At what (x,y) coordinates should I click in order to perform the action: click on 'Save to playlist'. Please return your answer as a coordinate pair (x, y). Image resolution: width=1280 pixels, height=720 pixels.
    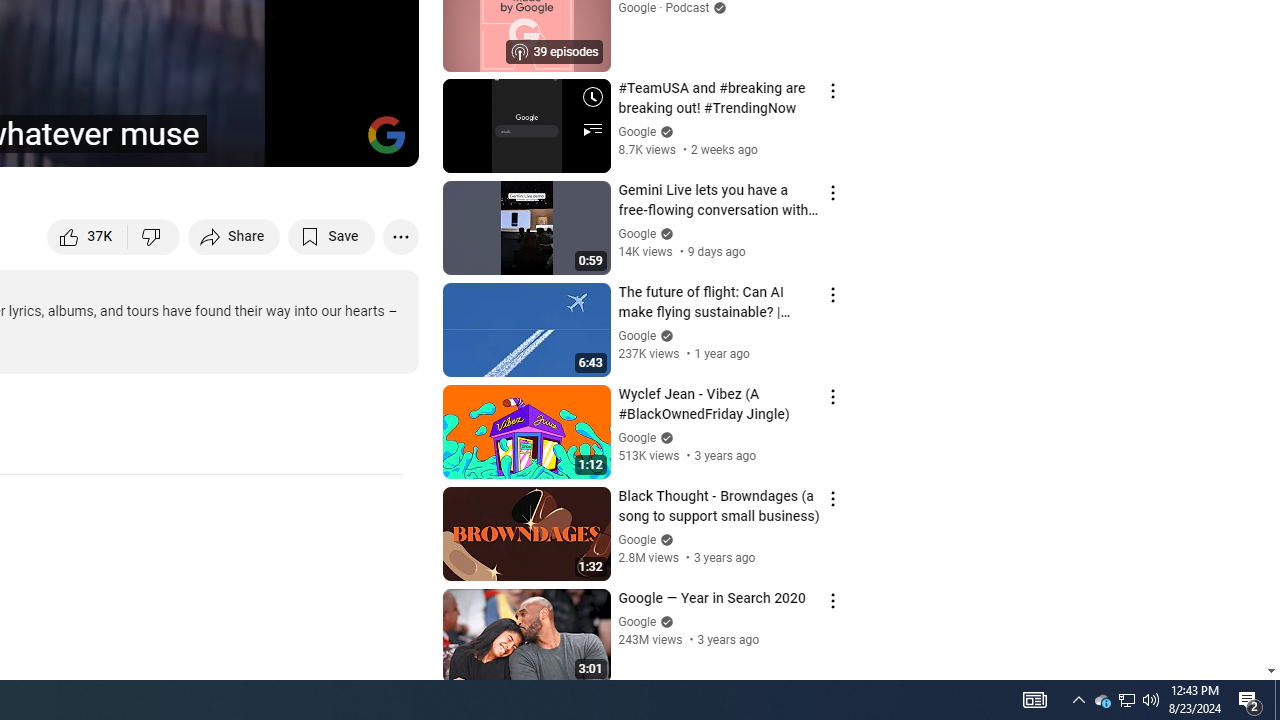
    Looking at the image, I should click on (331, 235).